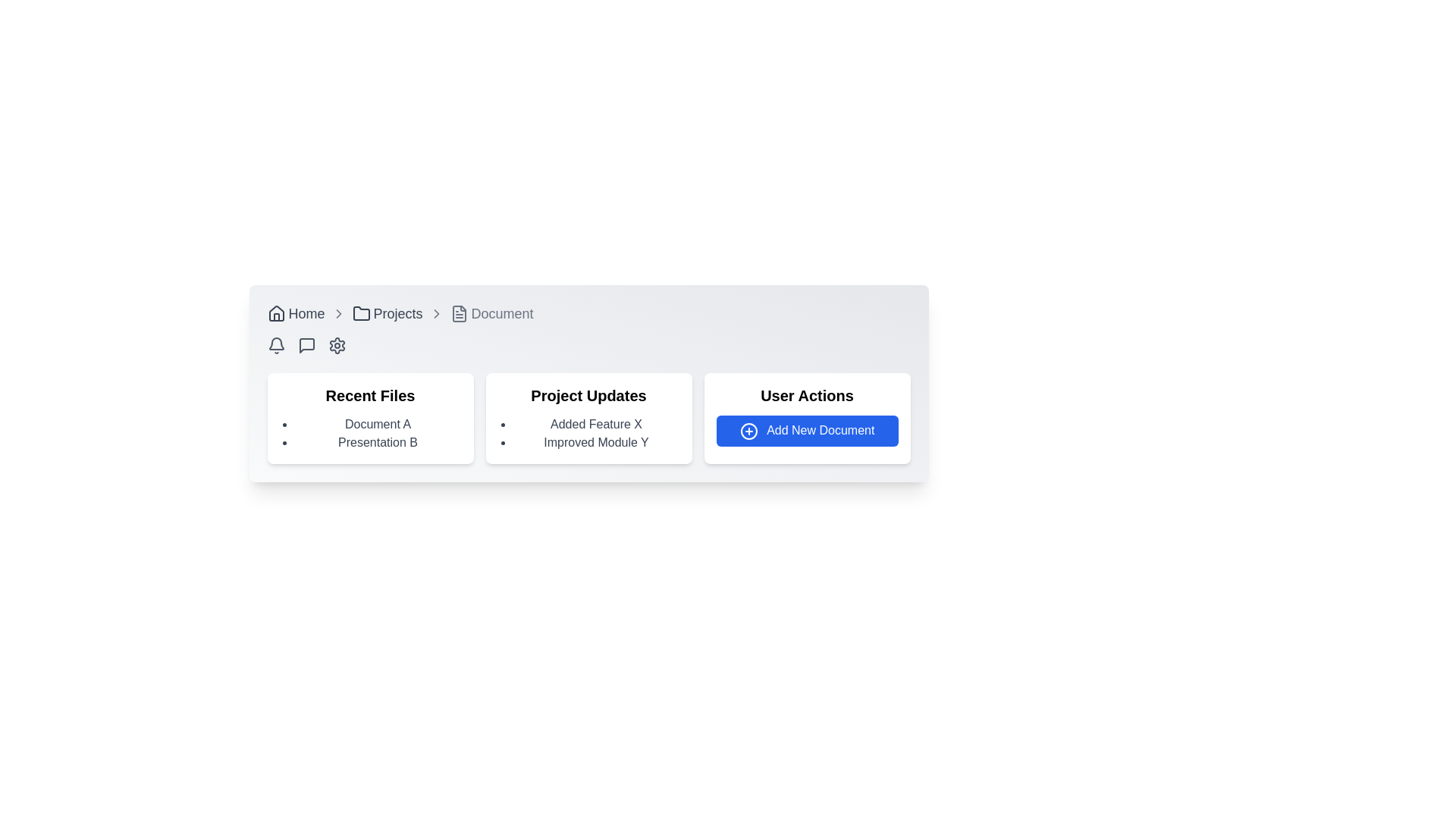  Describe the element at coordinates (806, 431) in the screenshot. I see `the button located at the bottom-right of the 'User Actions' panel to initiate adding a new document` at that location.